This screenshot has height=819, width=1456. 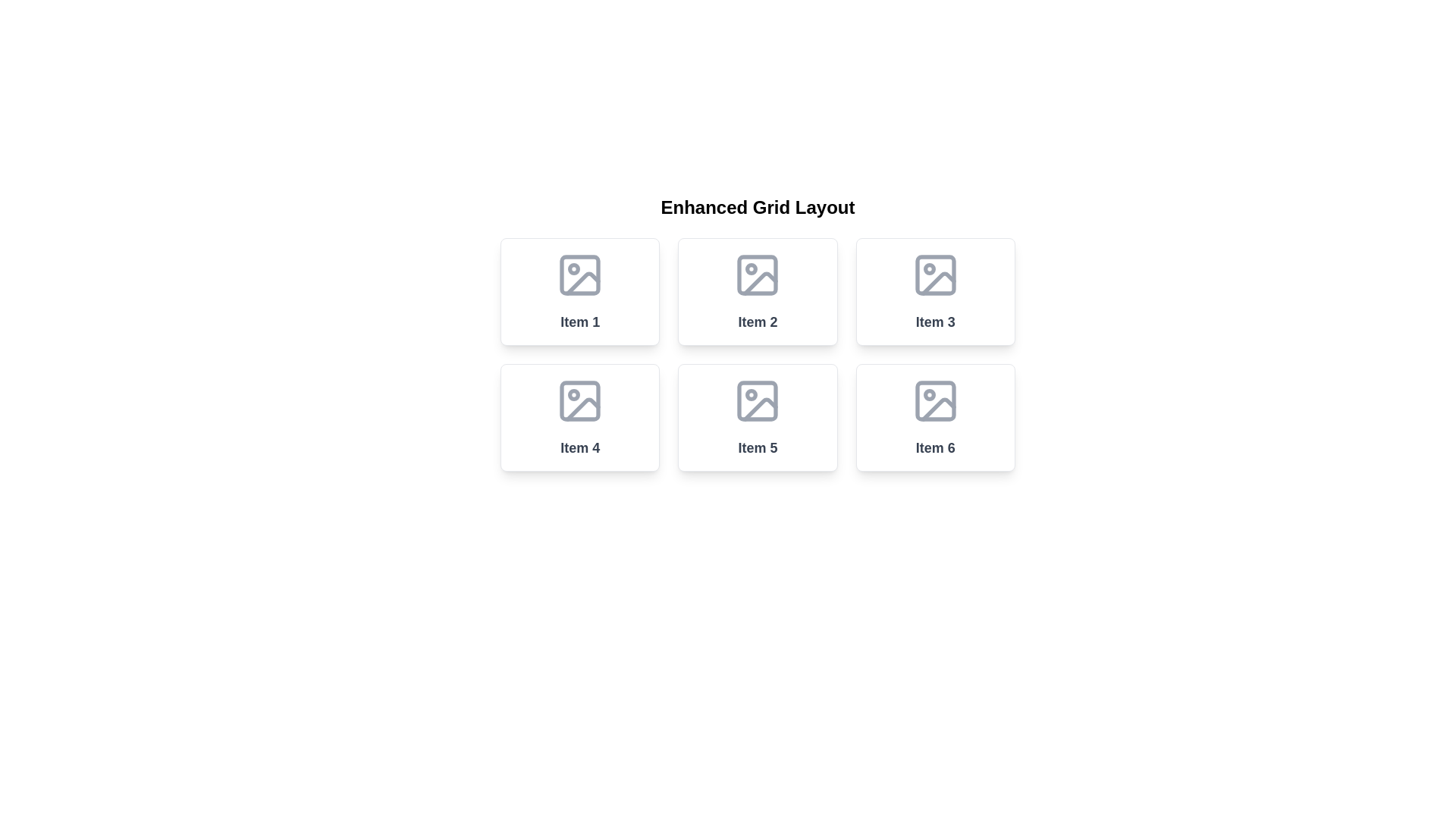 I want to click on the text label 'Item 5' in the second row and second column of the grid layout, so click(x=758, y=447).